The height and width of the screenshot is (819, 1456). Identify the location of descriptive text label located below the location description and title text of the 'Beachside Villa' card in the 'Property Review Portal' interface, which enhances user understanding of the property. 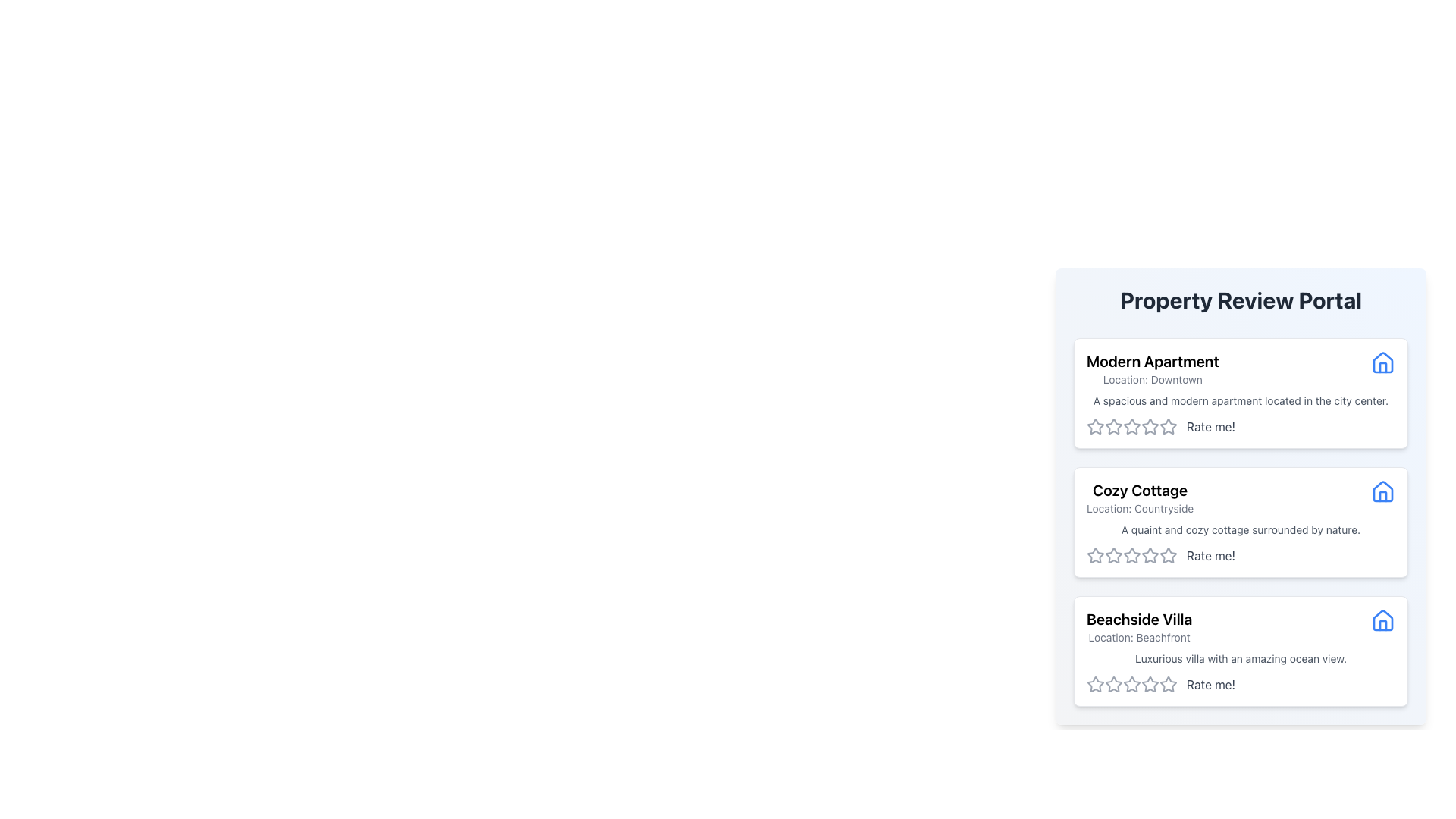
(1241, 657).